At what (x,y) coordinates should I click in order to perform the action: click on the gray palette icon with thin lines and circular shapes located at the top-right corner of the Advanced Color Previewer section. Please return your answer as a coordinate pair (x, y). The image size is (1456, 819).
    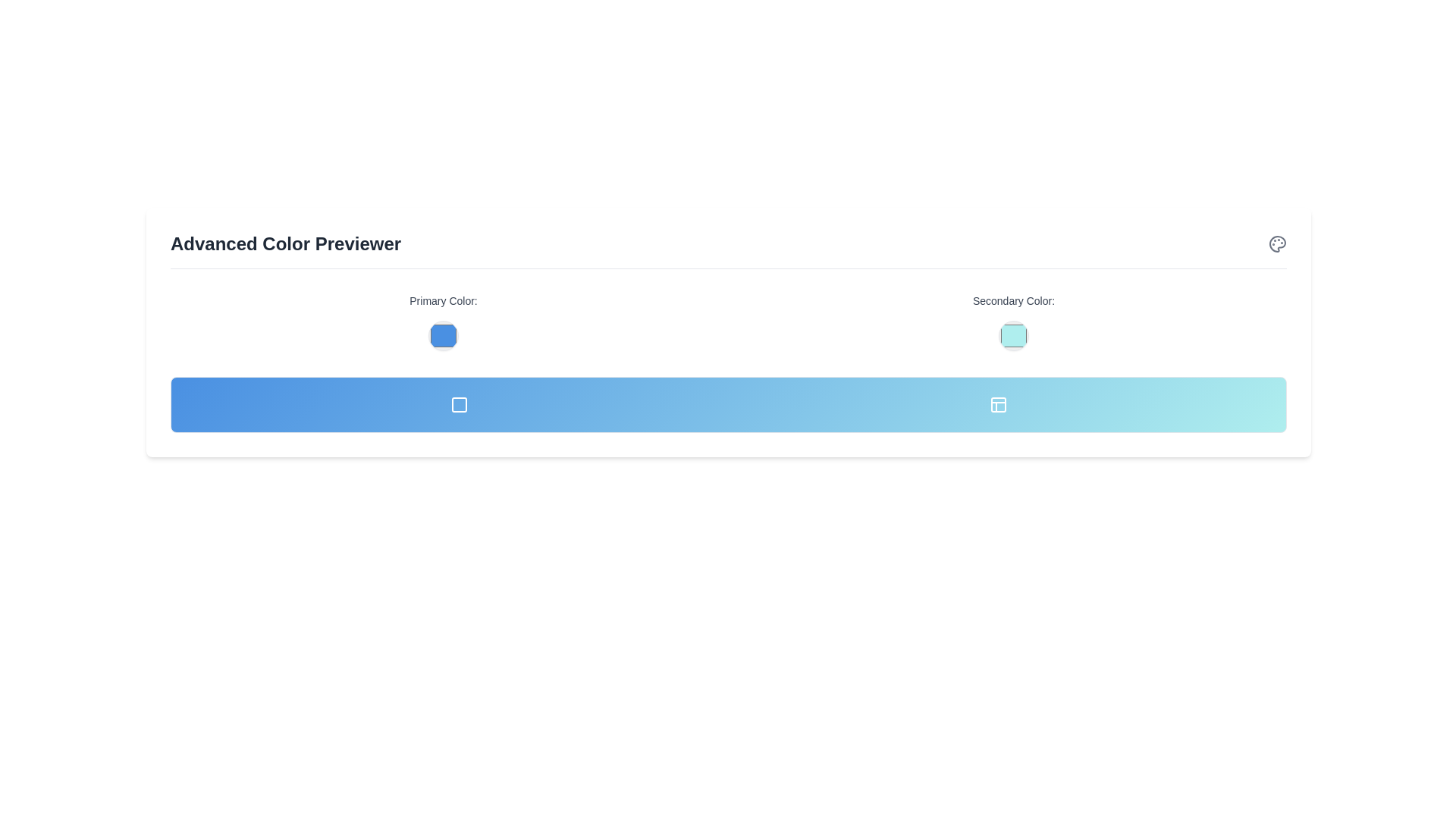
    Looking at the image, I should click on (1276, 243).